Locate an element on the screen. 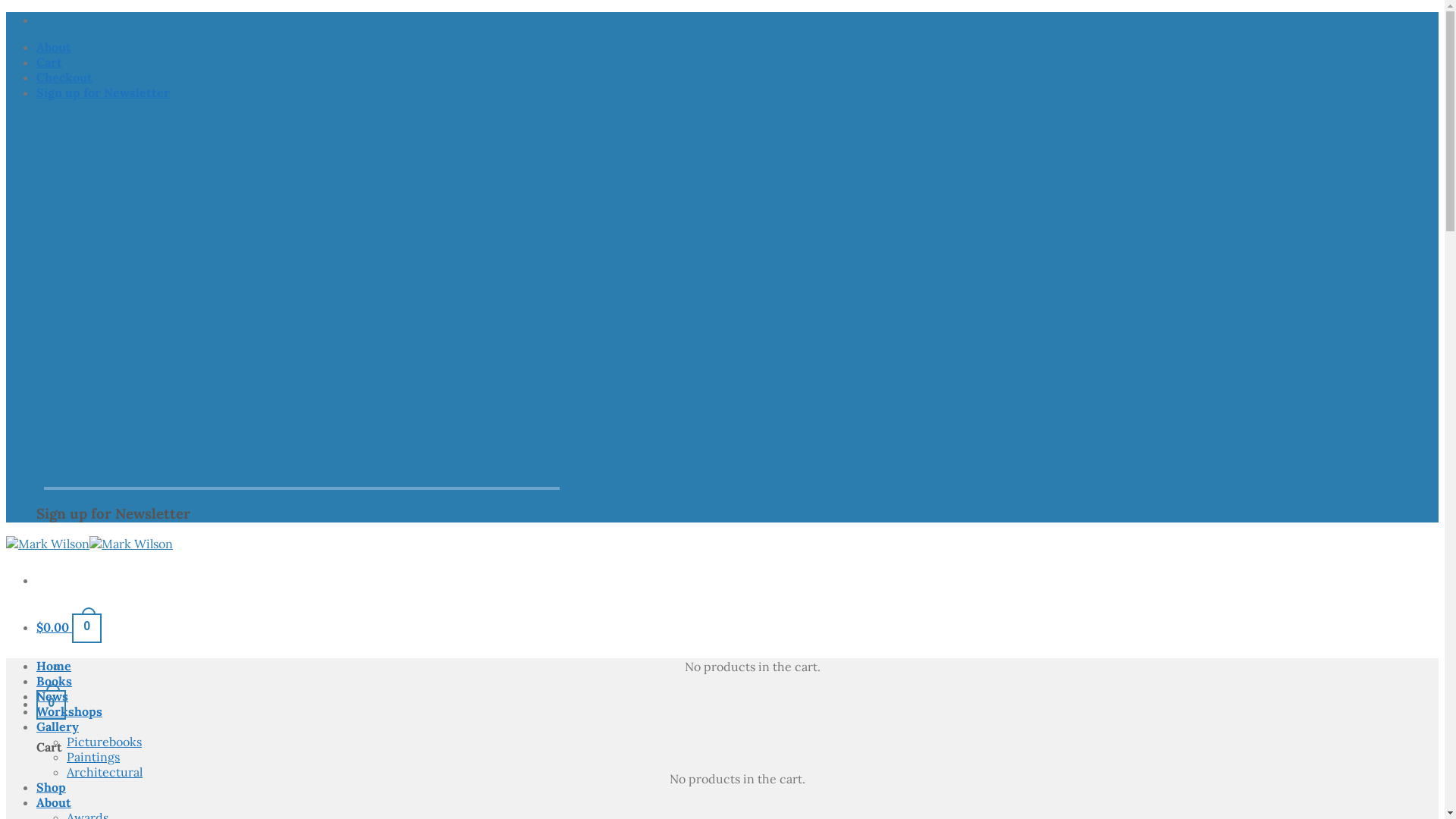  'News' is located at coordinates (52, 696).